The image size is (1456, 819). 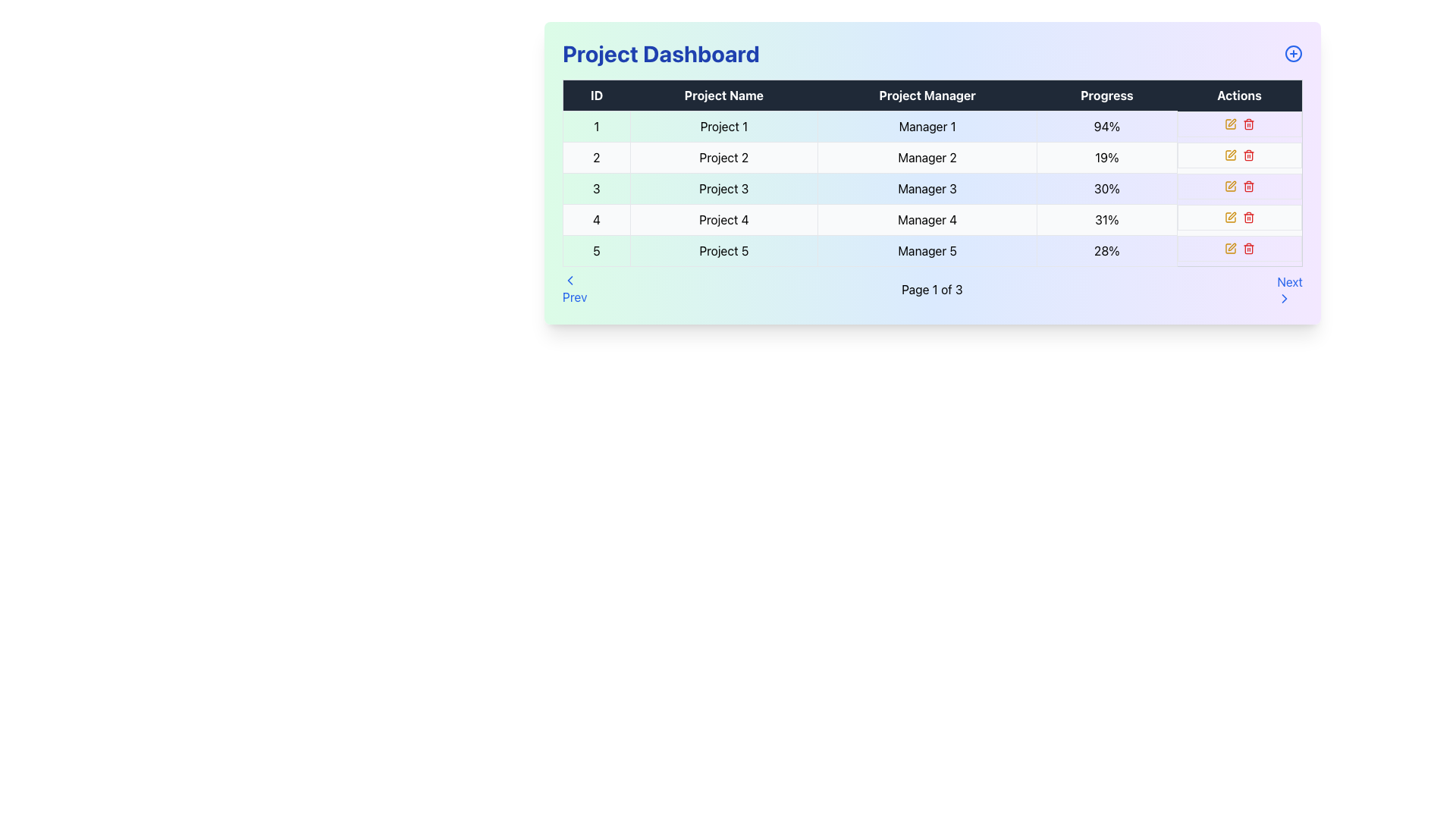 What do you see at coordinates (595, 219) in the screenshot?
I see `the table cell that contains the bold number '4', which is the first cell in the row labeled '4' under the 'ID' column, related to 'Project 4'` at bounding box center [595, 219].